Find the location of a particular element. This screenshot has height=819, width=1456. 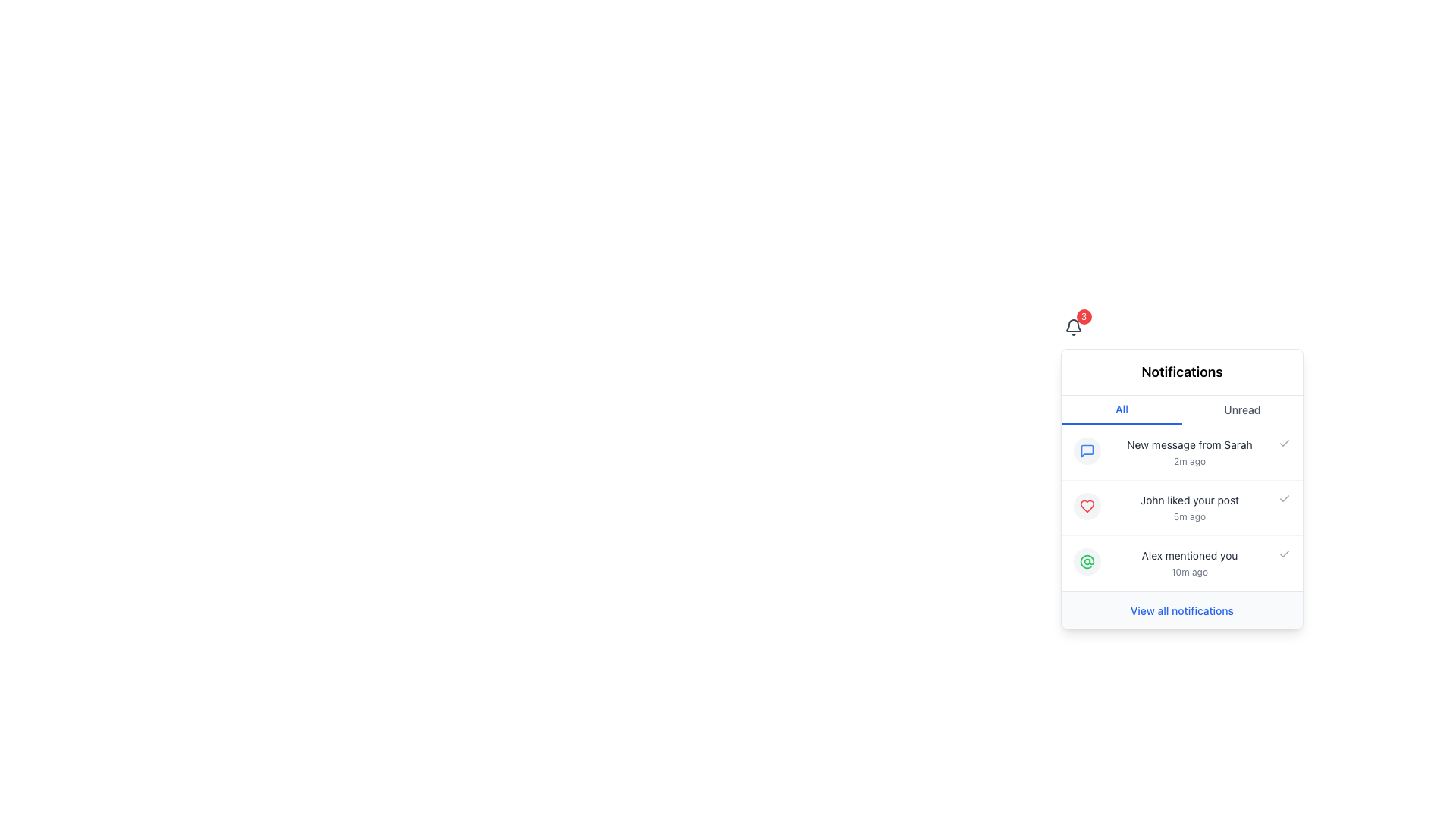

the notification bell icon with a red badge indicating 3 unread notifications is located at coordinates (1072, 327).